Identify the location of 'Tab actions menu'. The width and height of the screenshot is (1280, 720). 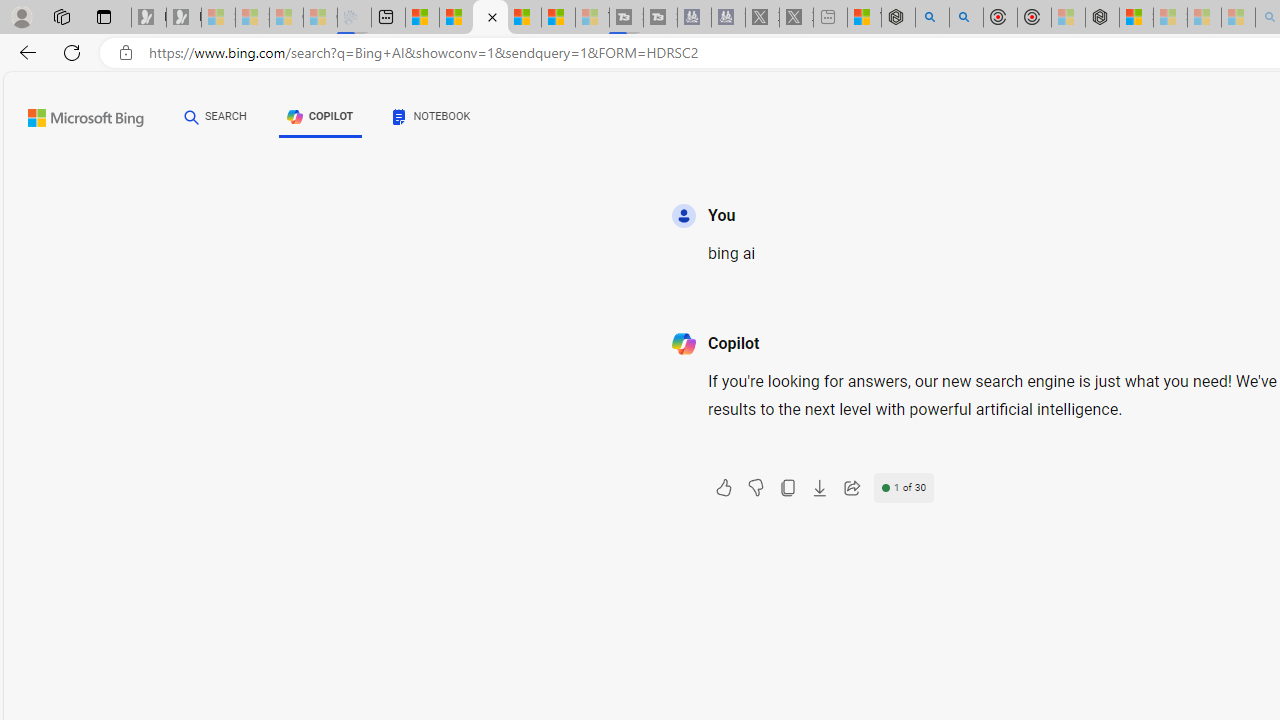
(103, 16).